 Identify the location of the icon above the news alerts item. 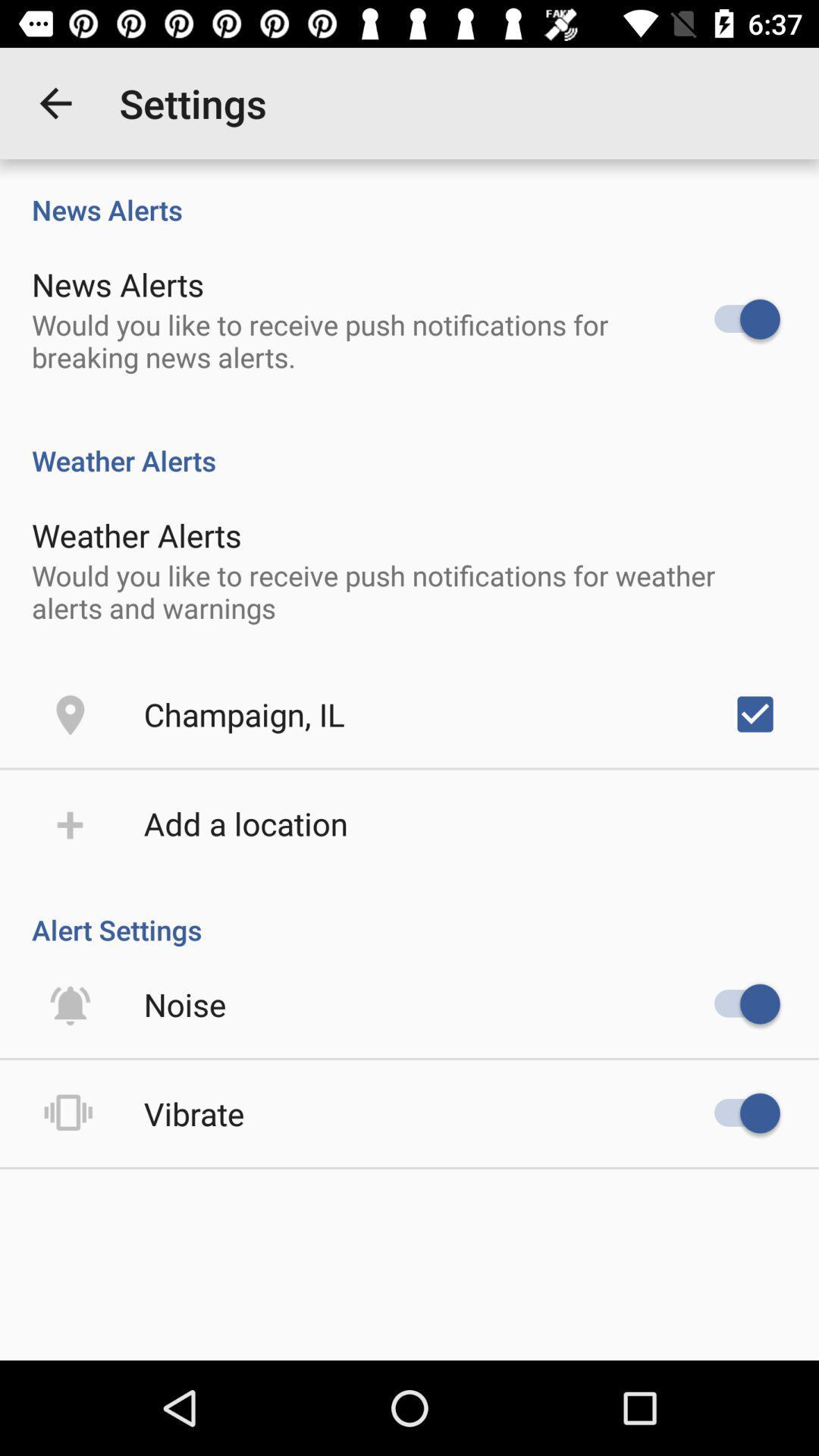
(55, 102).